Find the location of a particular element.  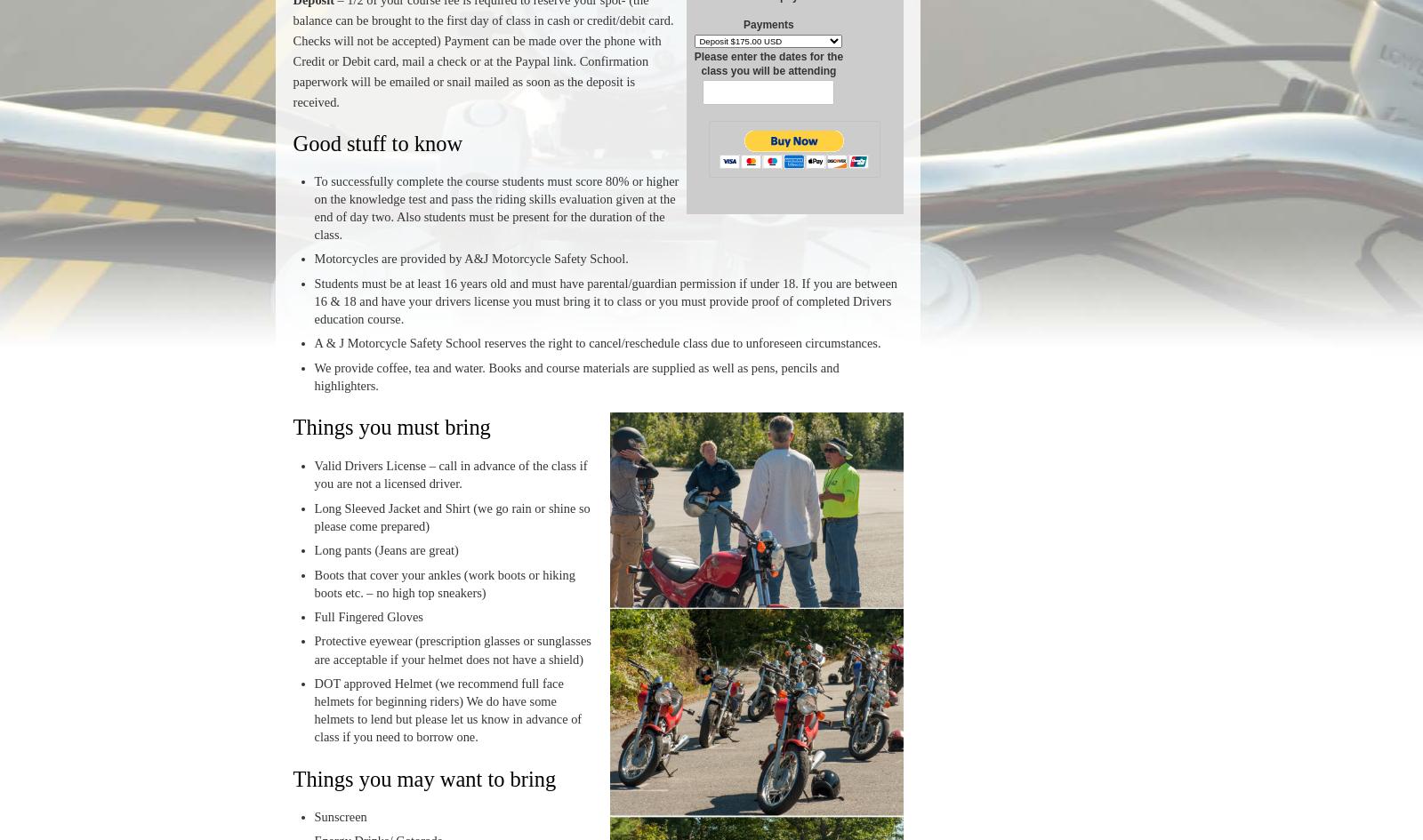

'Boots that cover your ankles (work boots or hiking boots etc. – no high top sneakers)' is located at coordinates (313, 582).